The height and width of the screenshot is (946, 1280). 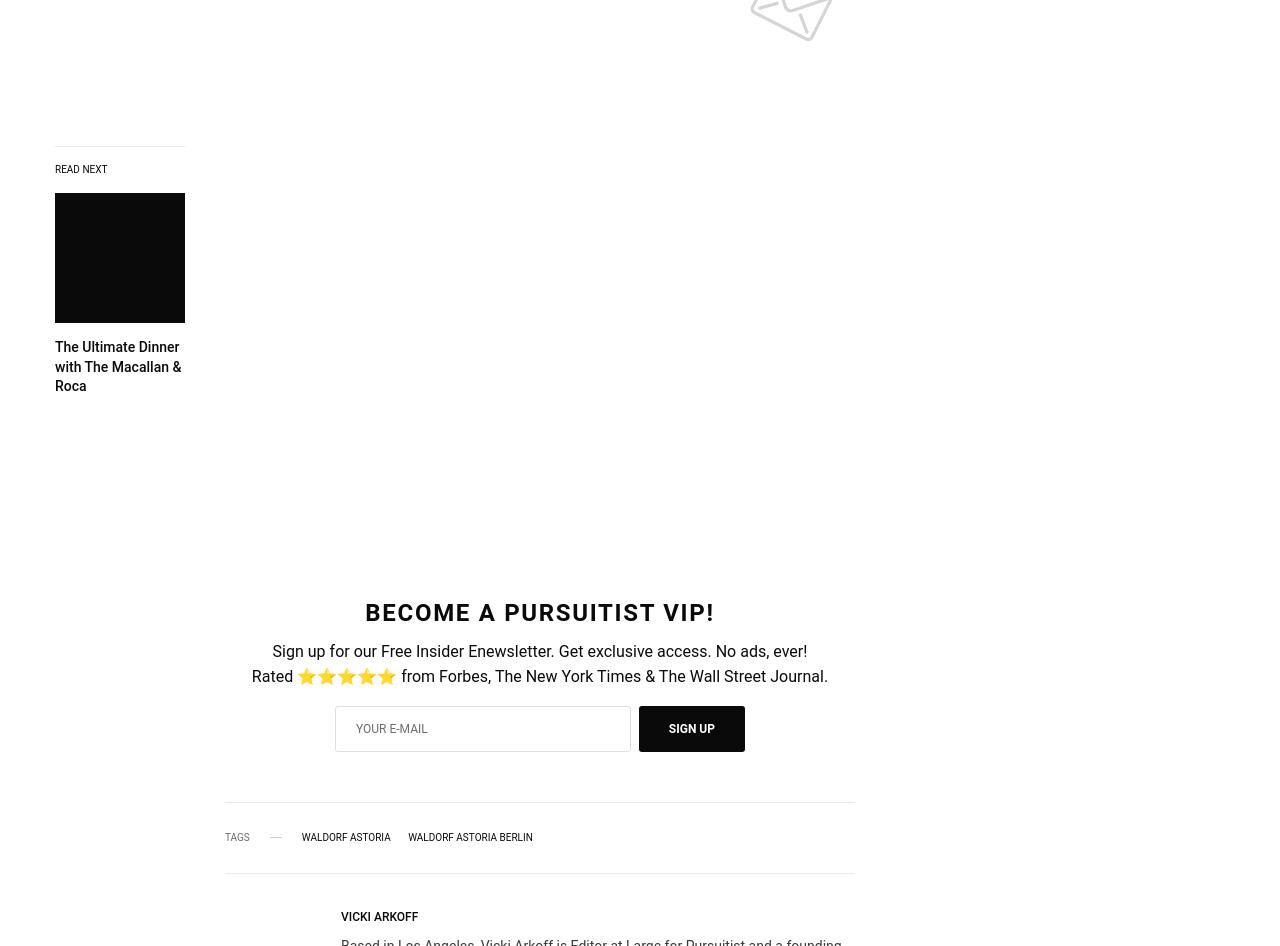 I want to click on 'BECOME A PURSUITIST VIP!', so click(x=539, y=612).